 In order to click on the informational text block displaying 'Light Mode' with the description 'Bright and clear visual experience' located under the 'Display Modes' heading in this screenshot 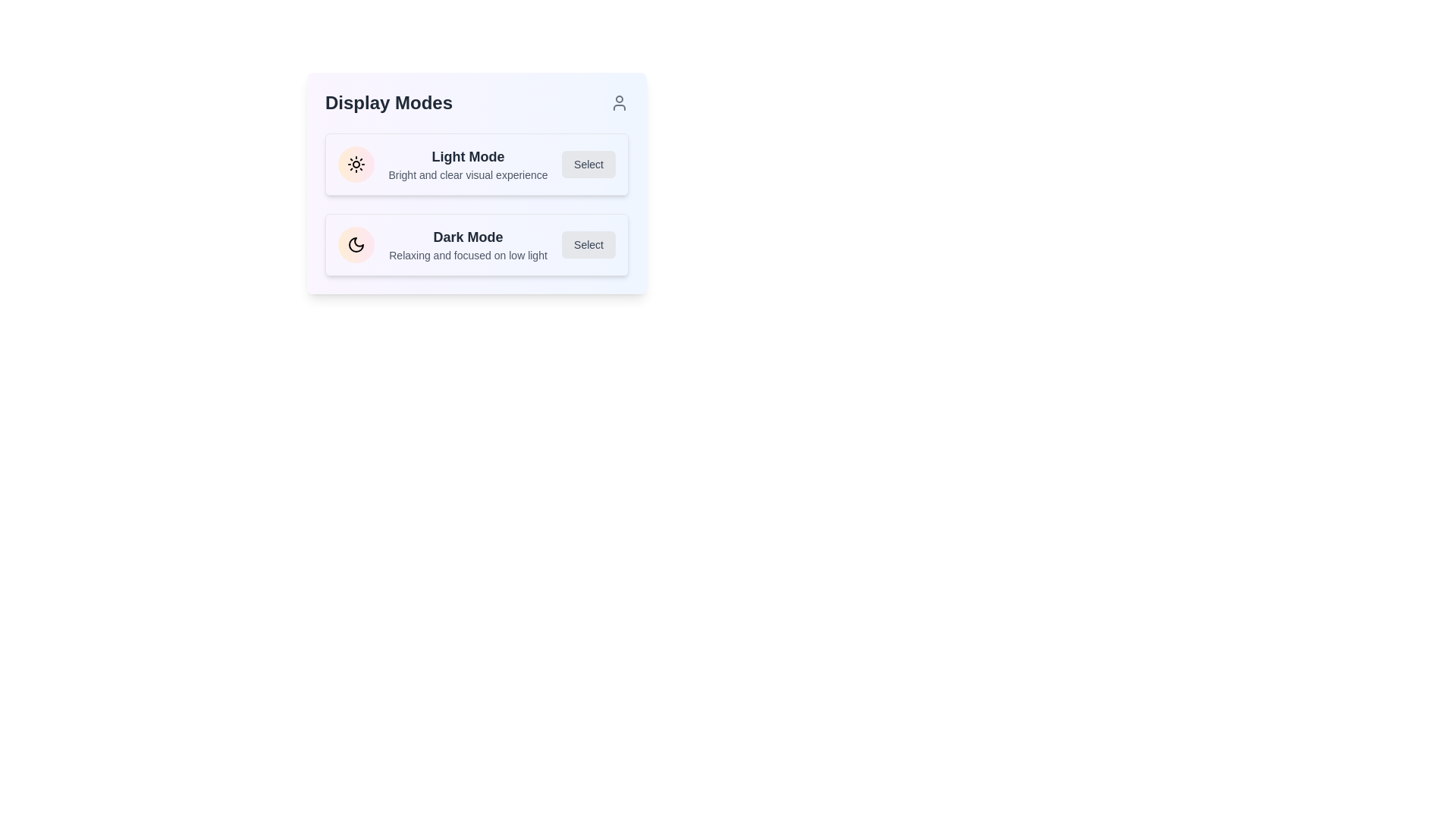, I will do `click(467, 164)`.